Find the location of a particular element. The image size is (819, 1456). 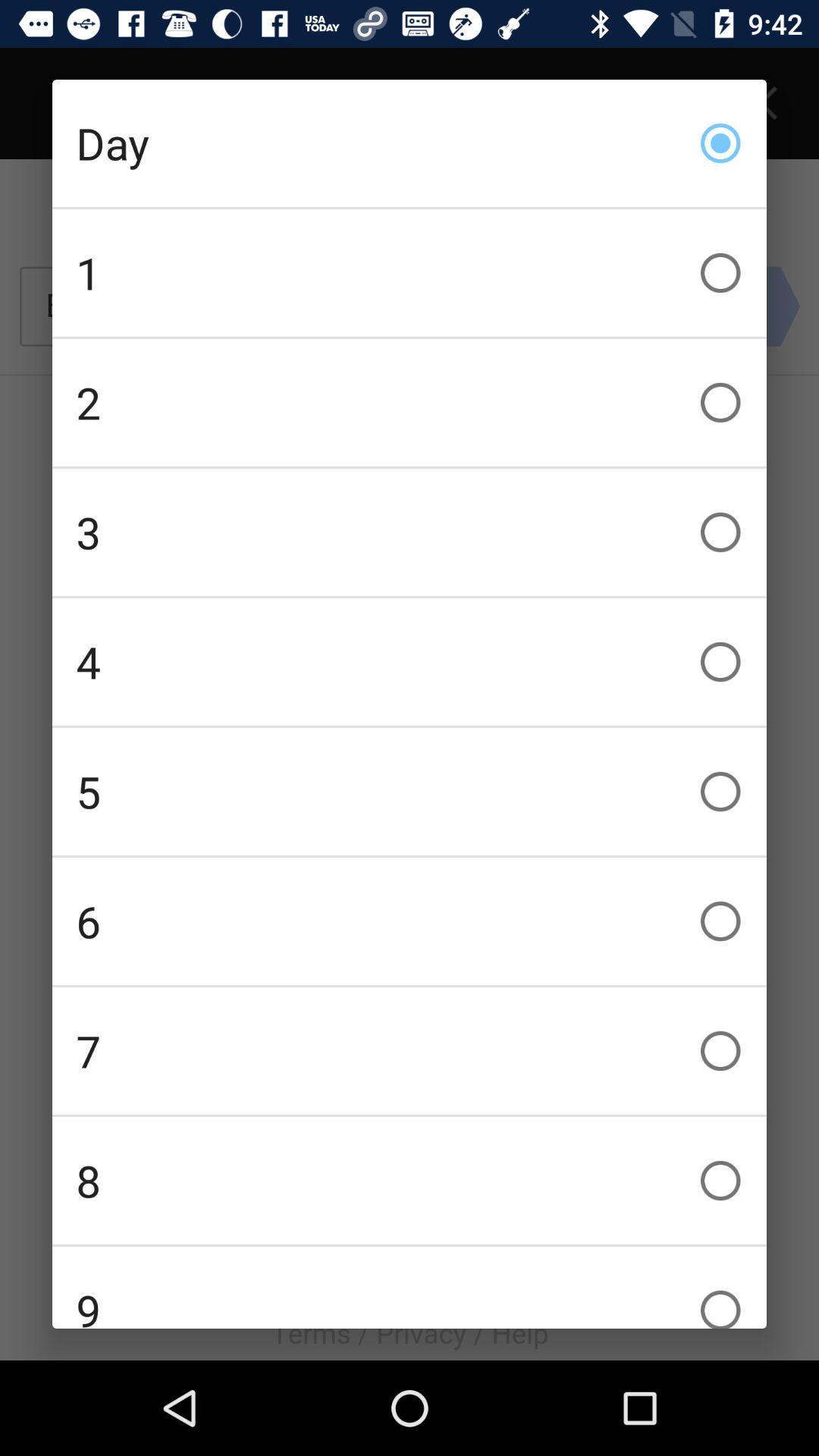

the 3 is located at coordinates (409, 532).